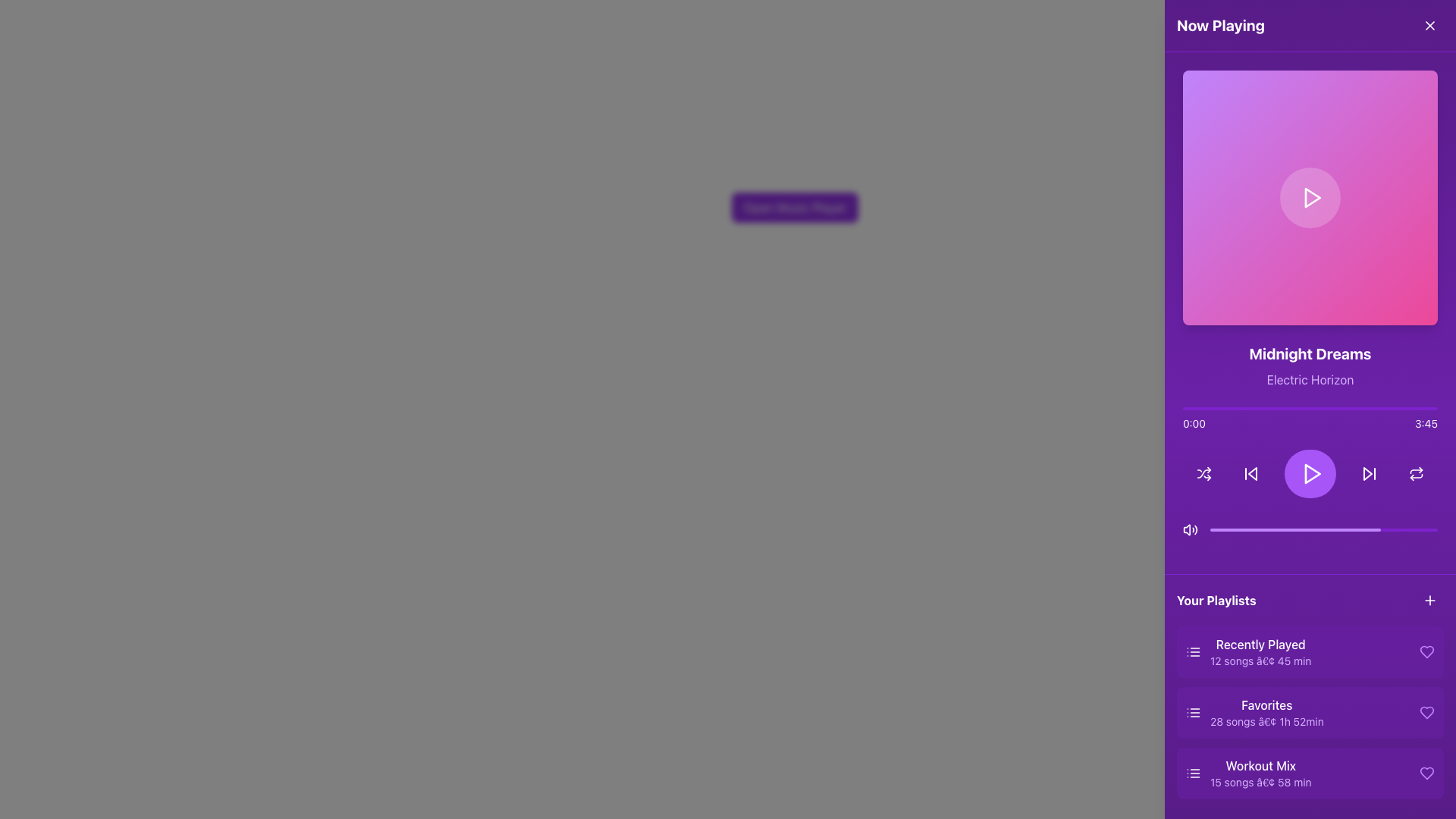  I want to click on the heart-shaped favorite icon in purple located within the 'Recently Played' playlist entry under 'Your Playlists', so click(1426, 651).